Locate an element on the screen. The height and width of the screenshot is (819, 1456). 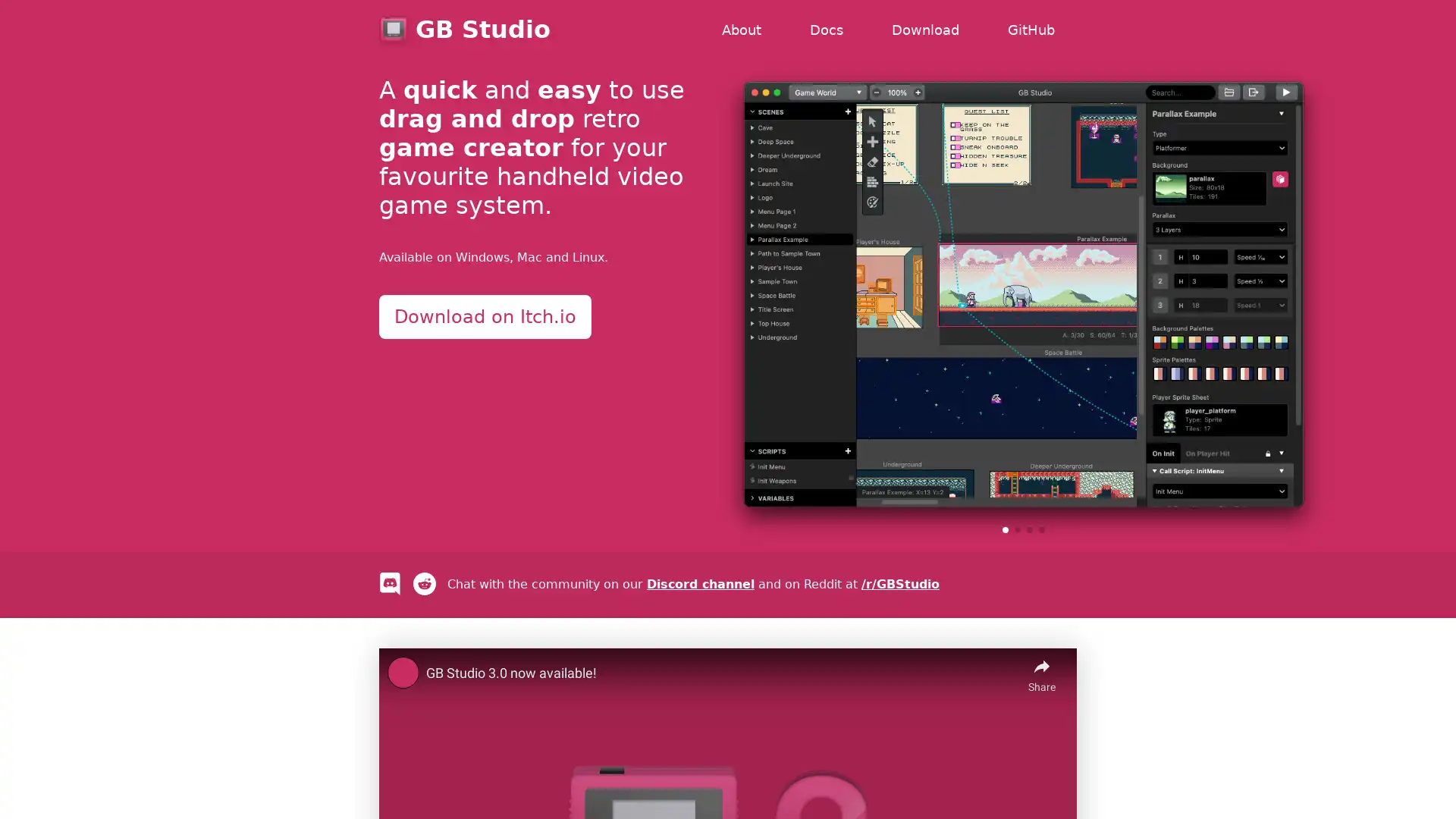
Go to slide 2 is located at coordinates (1018, 529).